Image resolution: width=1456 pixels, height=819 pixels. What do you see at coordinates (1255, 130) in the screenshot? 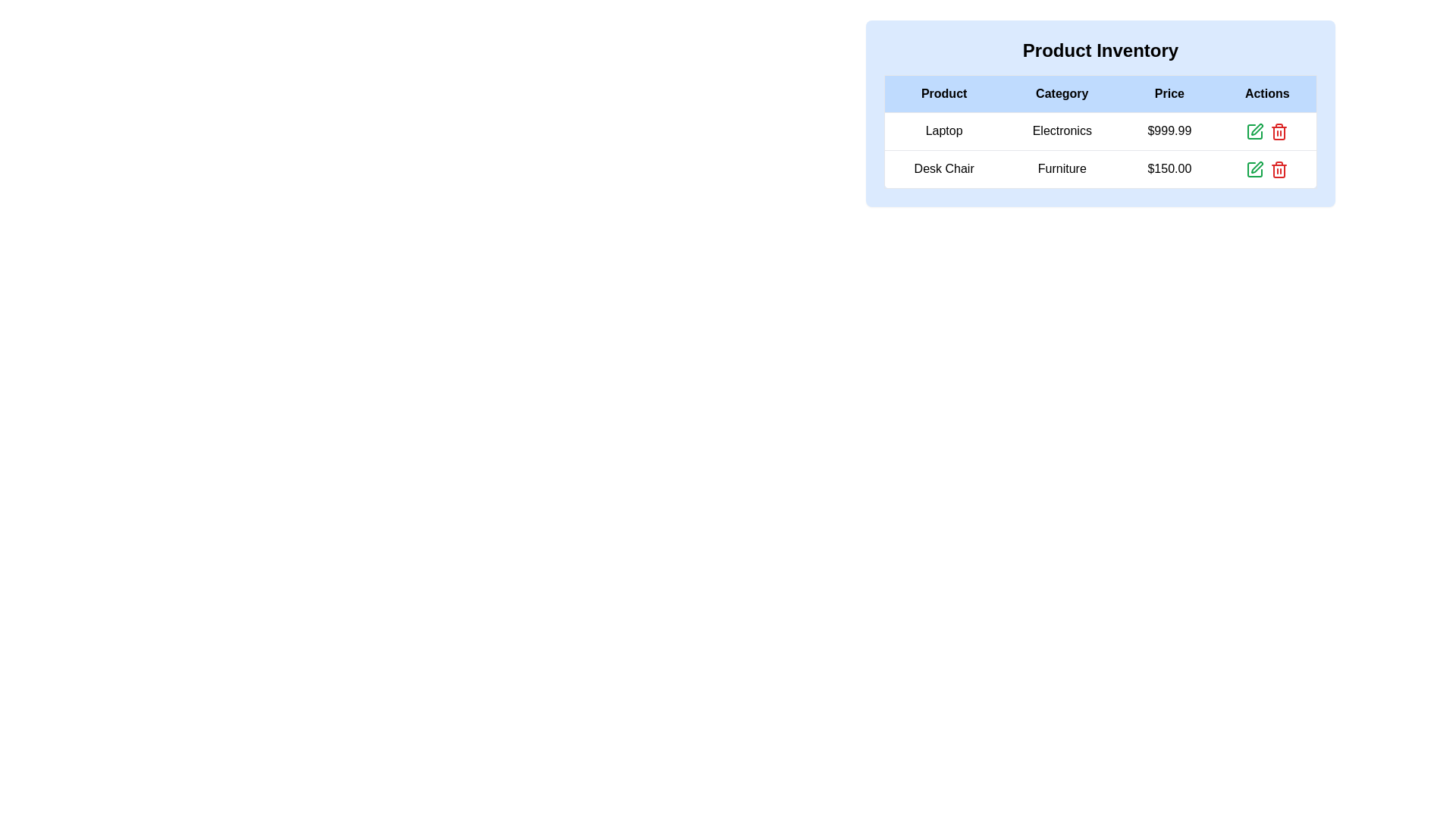
I see `the edit icon located in the second action button of the 'Actions' column in the second row of the table` at bounding box center [1255, 130].